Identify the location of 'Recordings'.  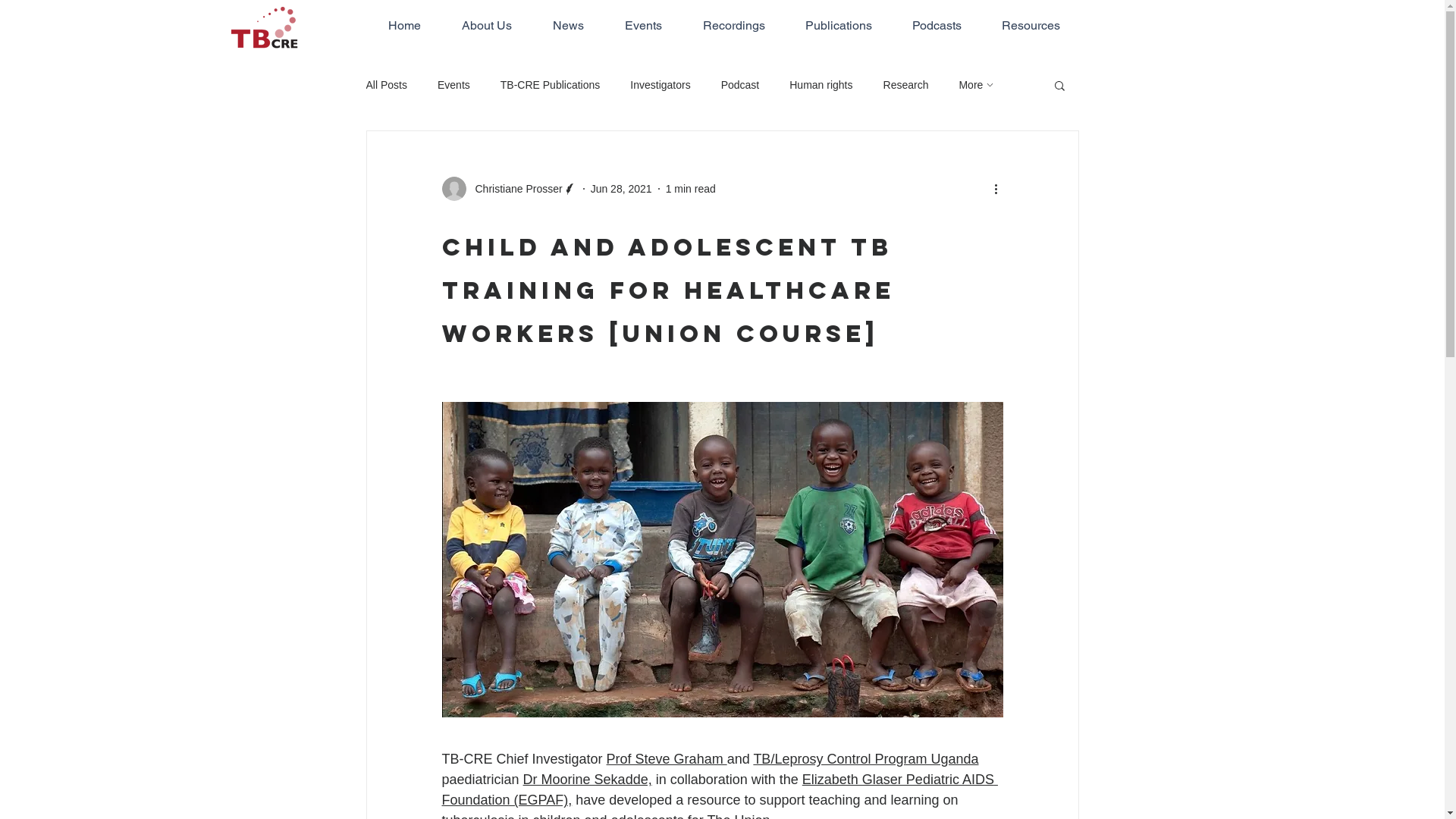
(733, 25).